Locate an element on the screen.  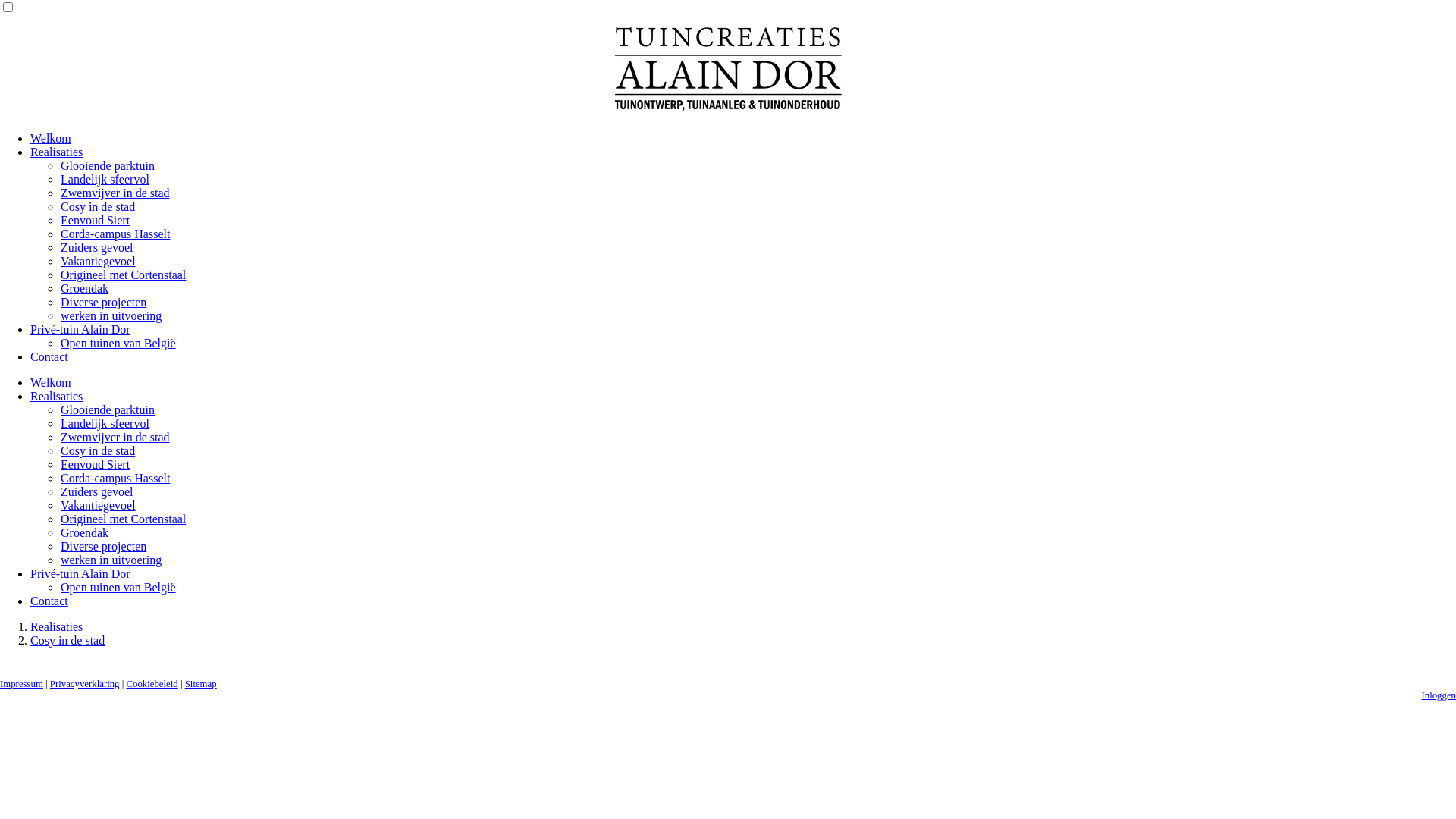
'Eenvoud Siert' is located at coordinates (94, 463).